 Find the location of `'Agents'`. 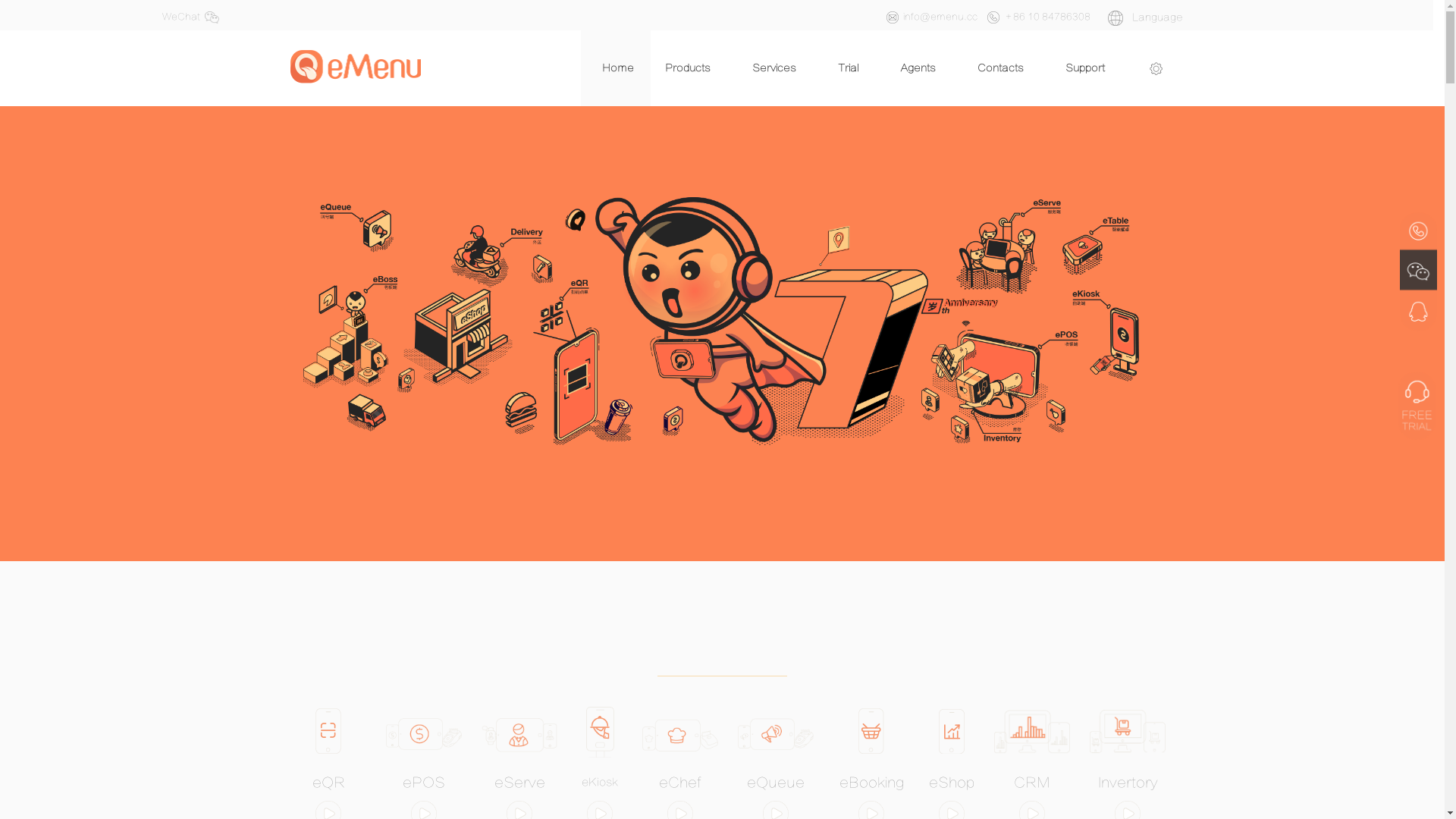

'Agents' is located at coordinates (916, 67).